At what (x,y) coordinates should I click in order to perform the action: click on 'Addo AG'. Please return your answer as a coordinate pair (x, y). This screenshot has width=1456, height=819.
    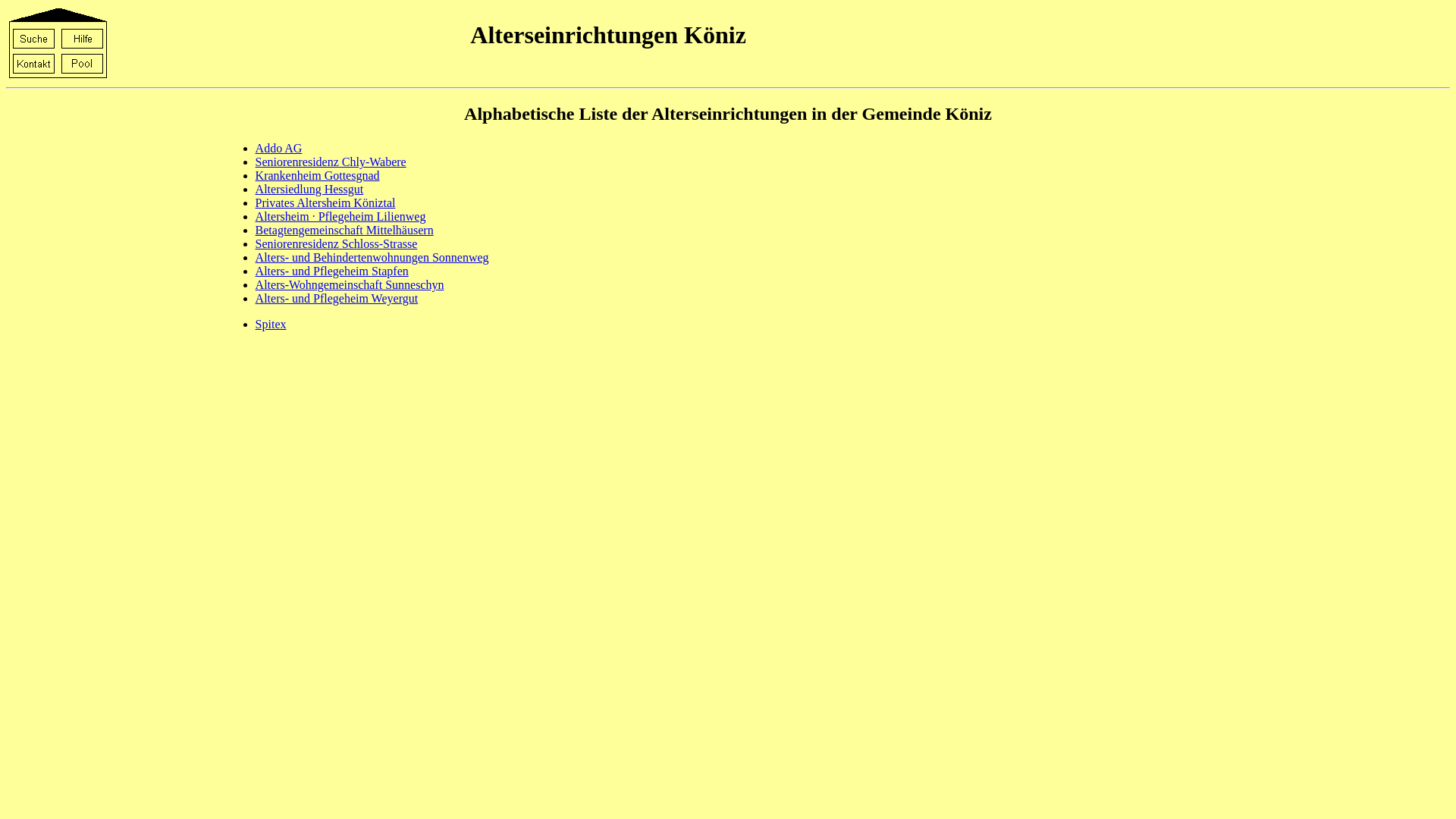
    Looking at the image, I should click on (279, 148).